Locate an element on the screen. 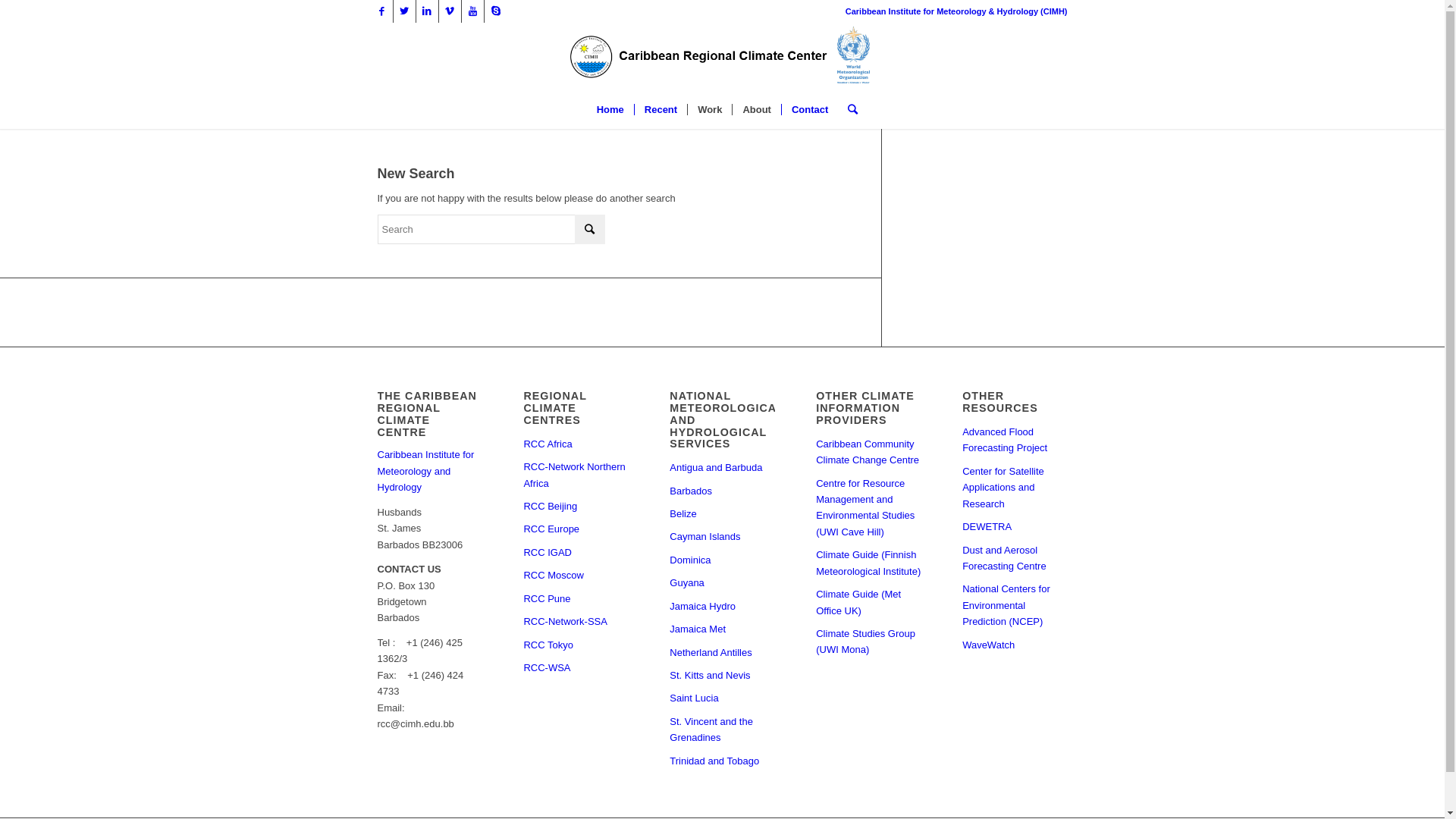 This screenshot has height=819, width=1456. 'RCC-WSA' is located at coordinates (574, 667).